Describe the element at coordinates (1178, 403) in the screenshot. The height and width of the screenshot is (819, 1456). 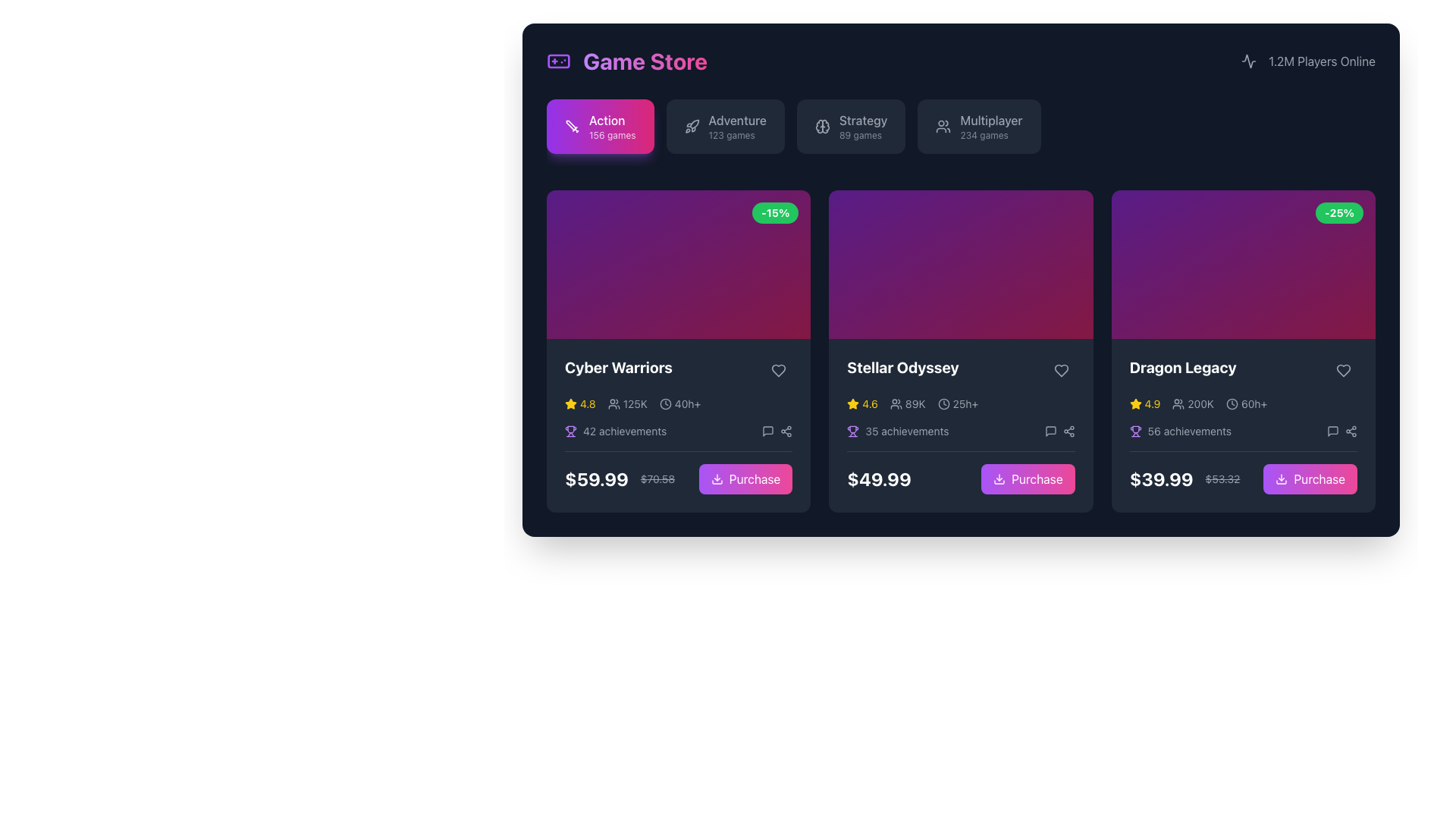
I see `the icon that symbolizes the numerical count of users associated with the '200K' text, which is part of the 'Dragon Legacy' card in the third column of the interface` at that location.